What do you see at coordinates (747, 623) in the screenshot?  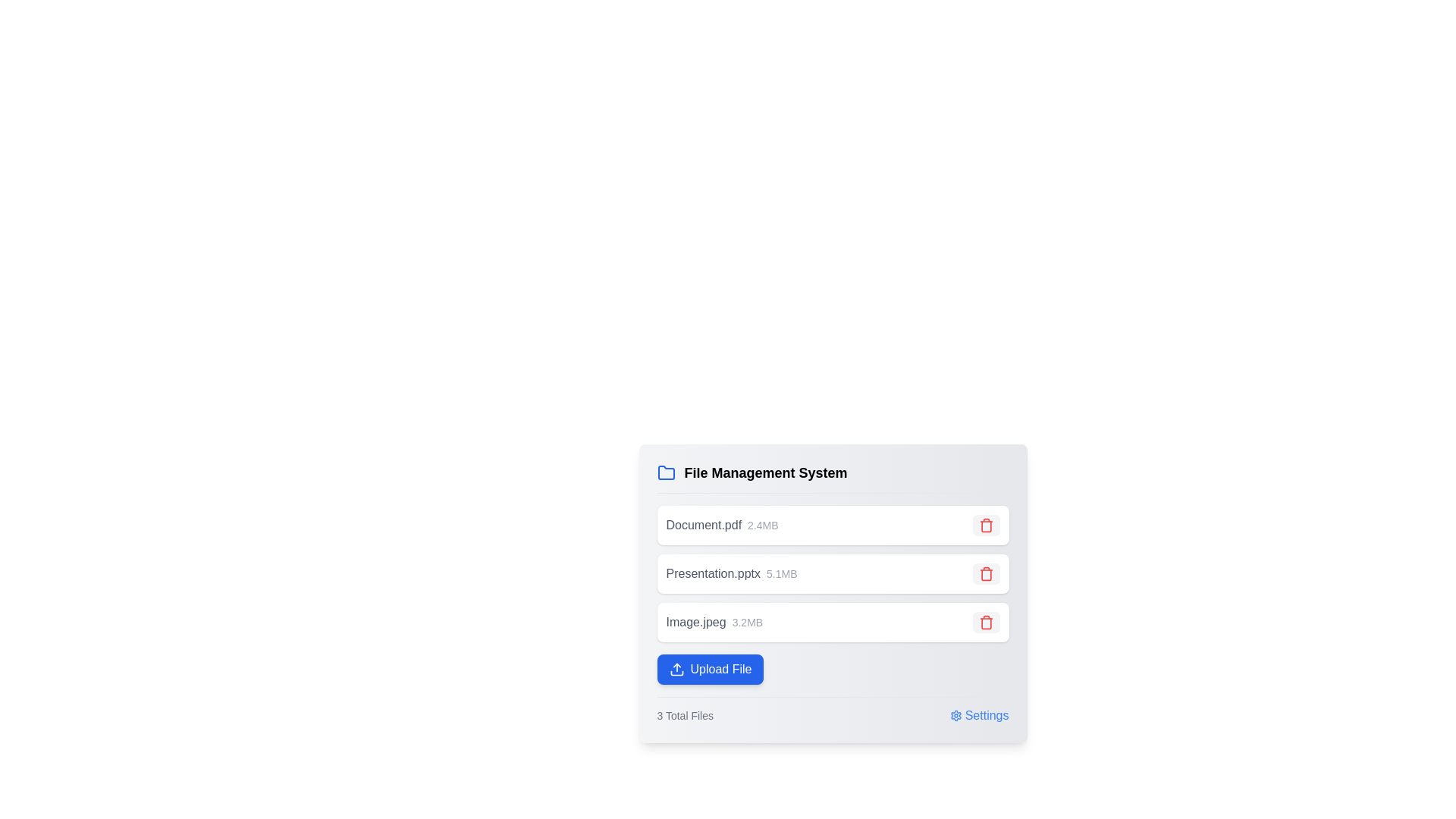 I see `the static text label displaying the size of the file 'Image.jpeg', which is positioned to the right of the file name in the row` at bounding box center [747, 623].